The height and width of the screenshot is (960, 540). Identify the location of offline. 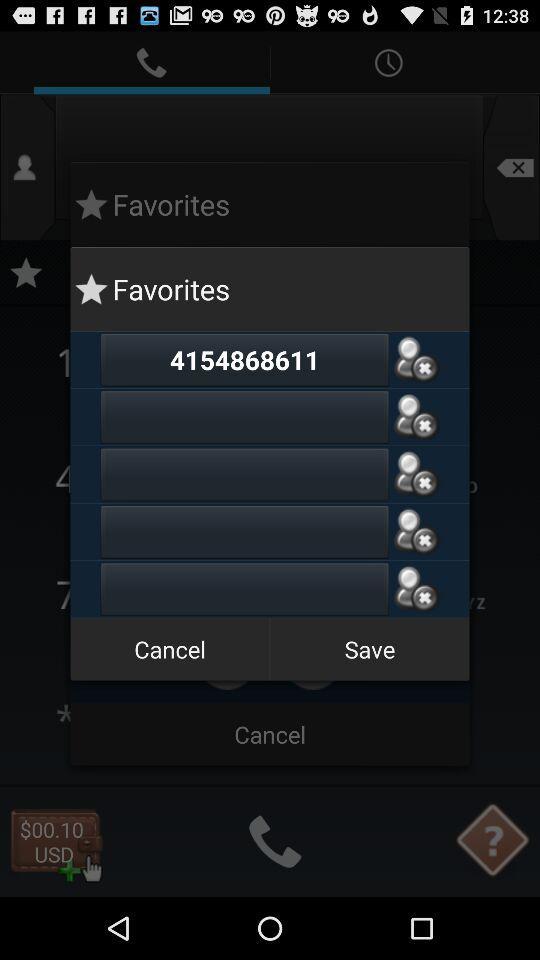
(415, 359).